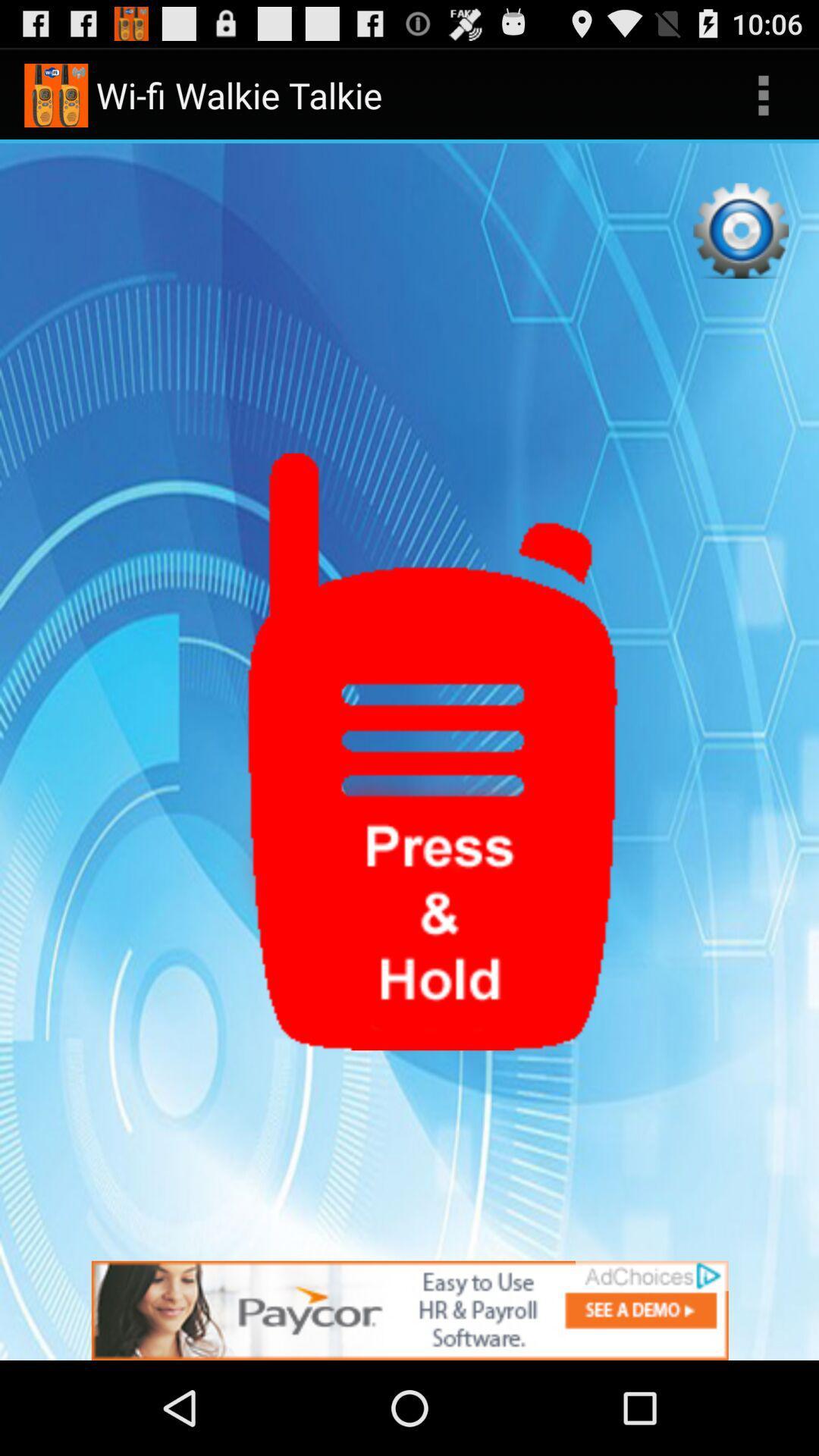 The height and width of the screenshot is (1456, 819). Describe the element at coordinates (409, 1310) in the screenshot. I see `the picture` at that location.